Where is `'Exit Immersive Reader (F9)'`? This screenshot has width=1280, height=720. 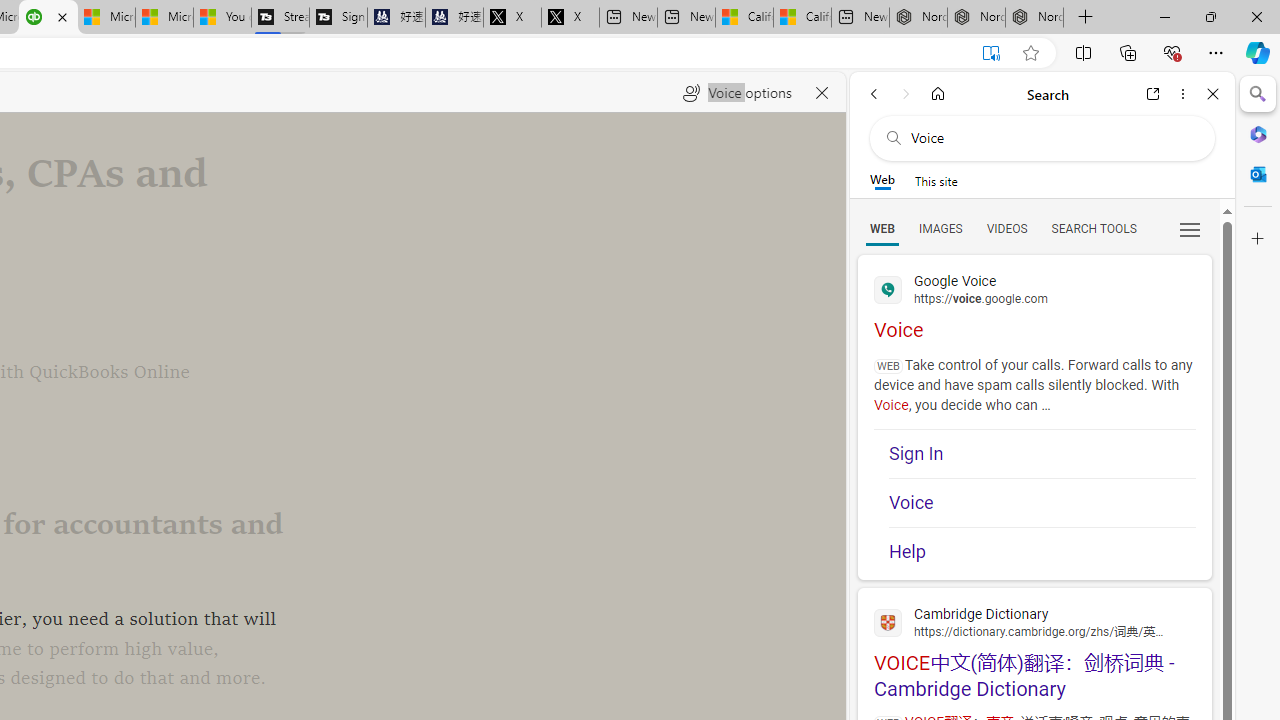 'Exit Immersive Reader (F9)' is located at coordinates (991, 52).